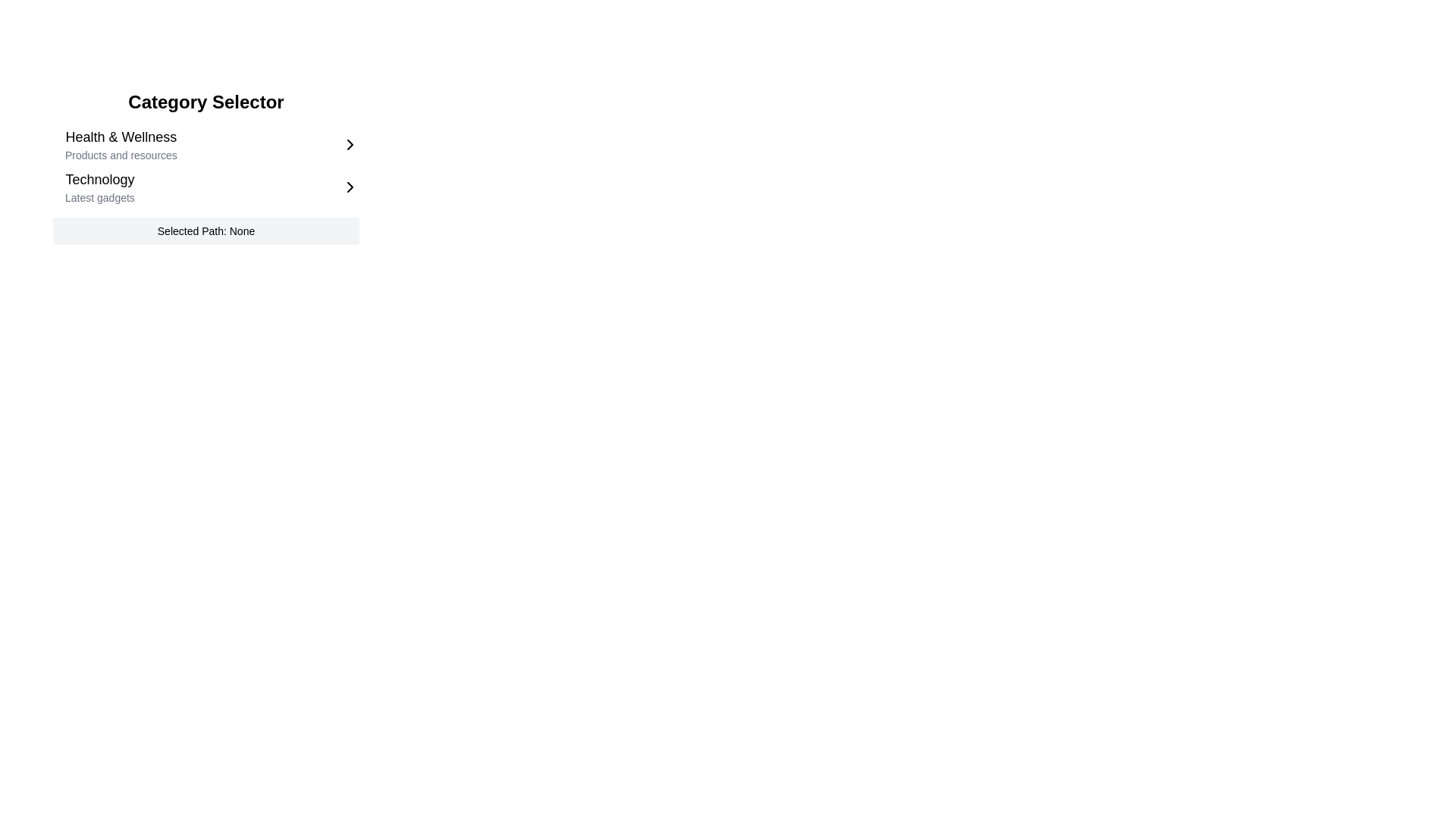 The height and width of the screenshot is (819, 1456). Describe the element at coordinates (206, 166) in the screenshot. I see `the category entry in the Category Selector panel` at that location.